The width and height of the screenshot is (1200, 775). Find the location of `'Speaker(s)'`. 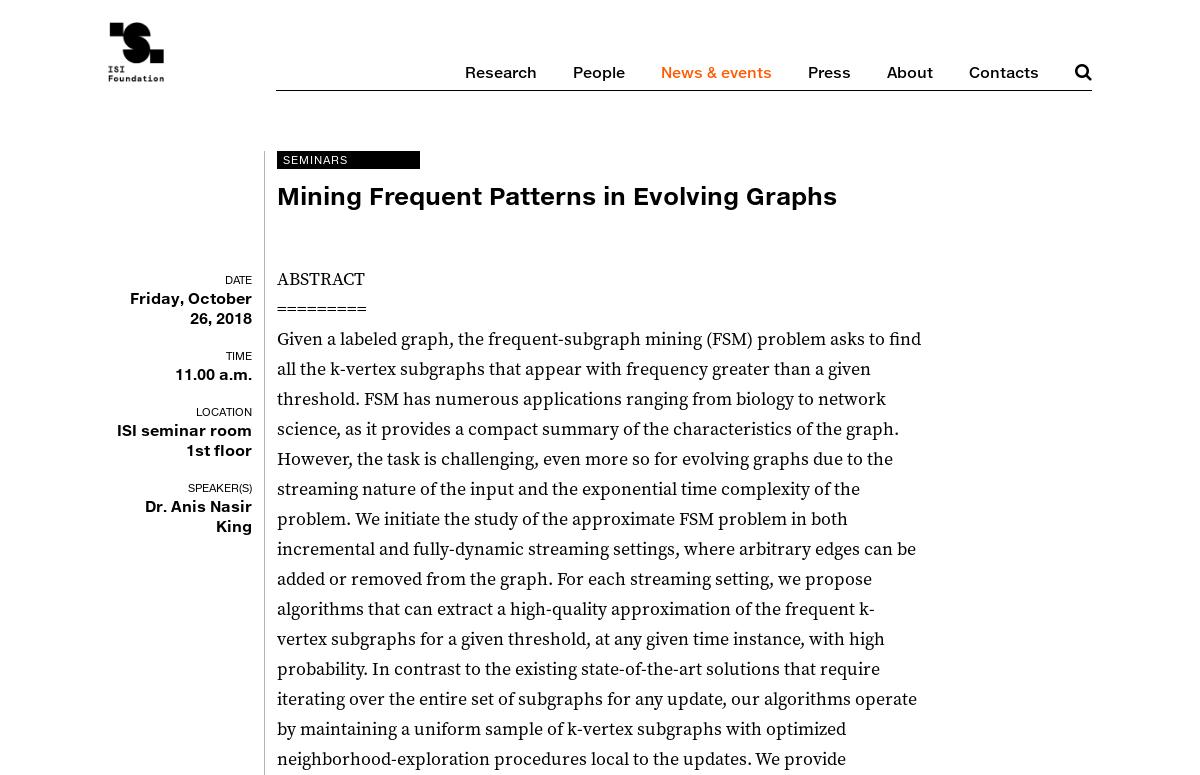

'Speaker(s)' is located at coordinates (218, 486).